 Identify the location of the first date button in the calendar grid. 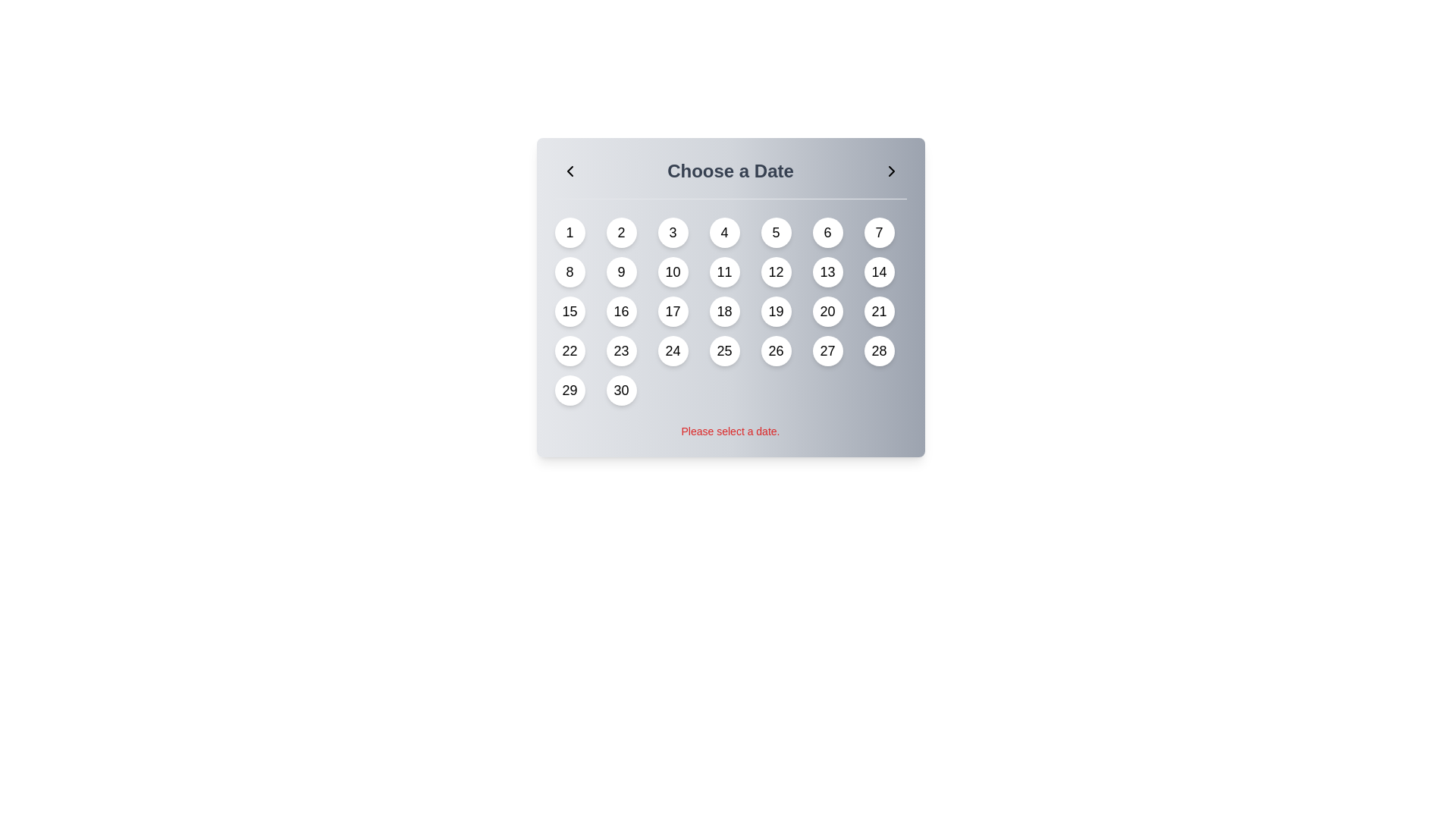
(569, 233).